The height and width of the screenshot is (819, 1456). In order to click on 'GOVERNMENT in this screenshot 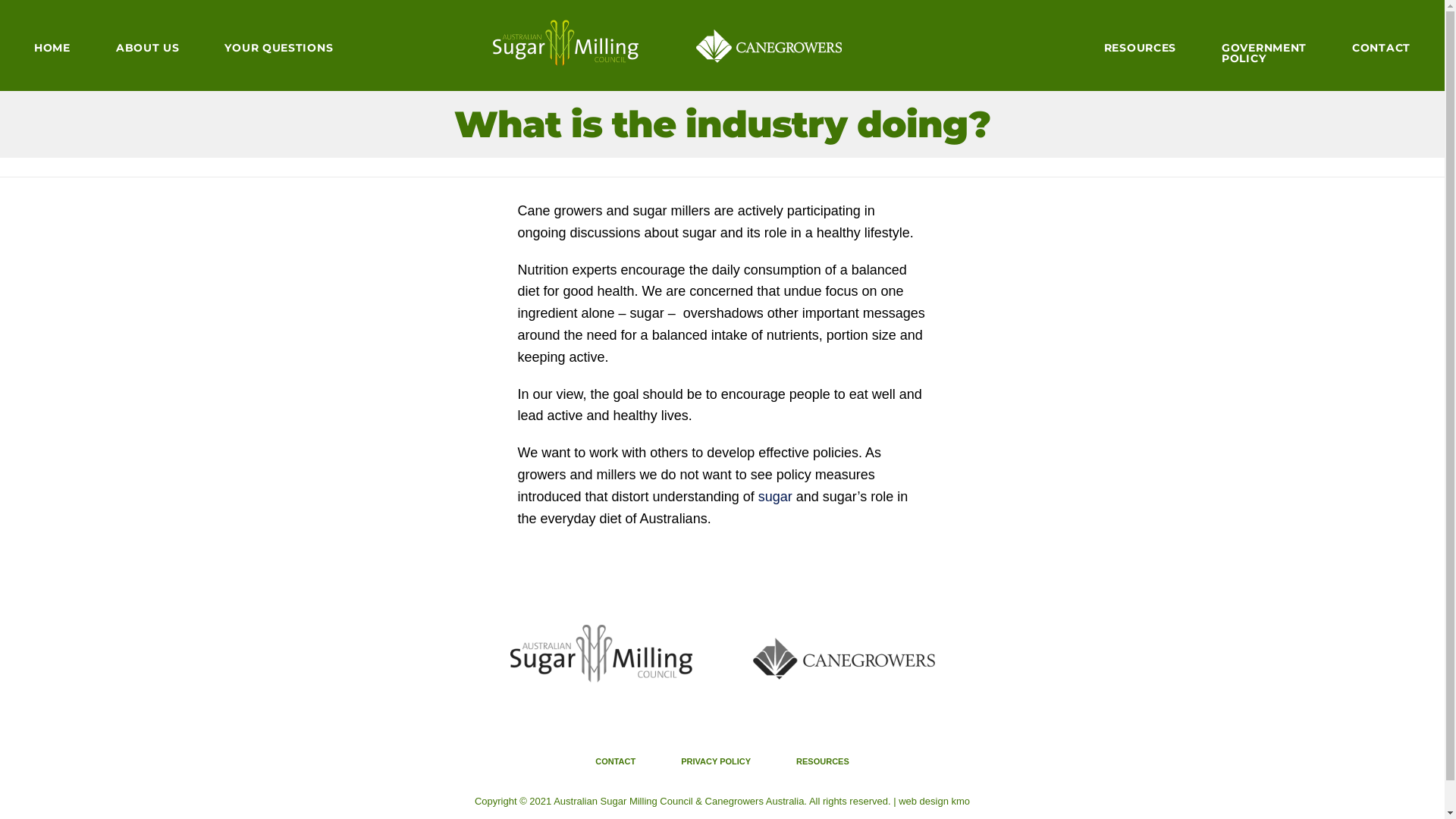, I will do `click(1263, 49)`.